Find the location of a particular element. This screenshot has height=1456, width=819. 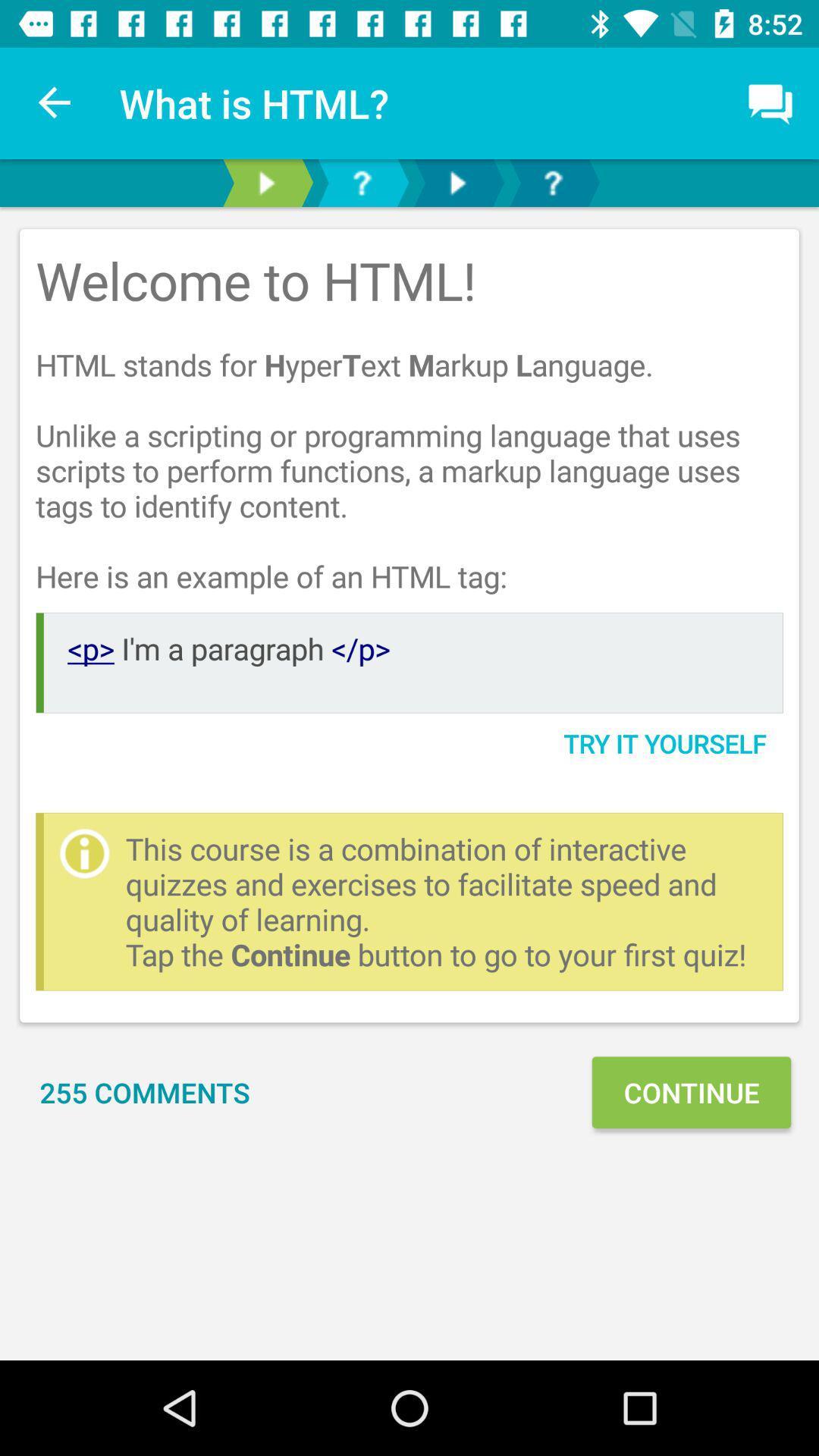

next is located at coordinates (456, 182).